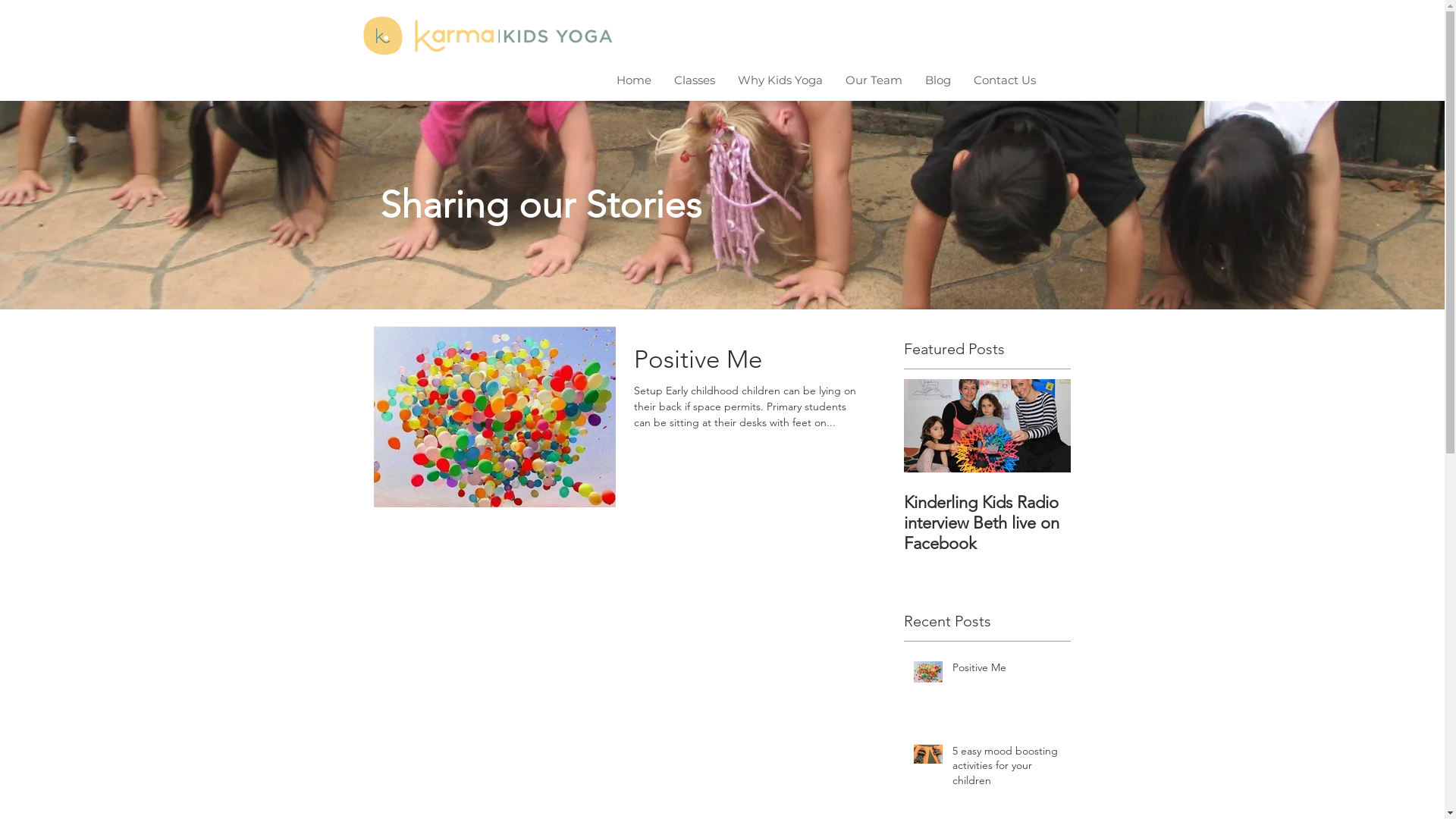 This screenshot has width=1456, height=819. Describe the element at coordinates (1007, 670) in the screenshot. I see `'Positive Me'` at that location.